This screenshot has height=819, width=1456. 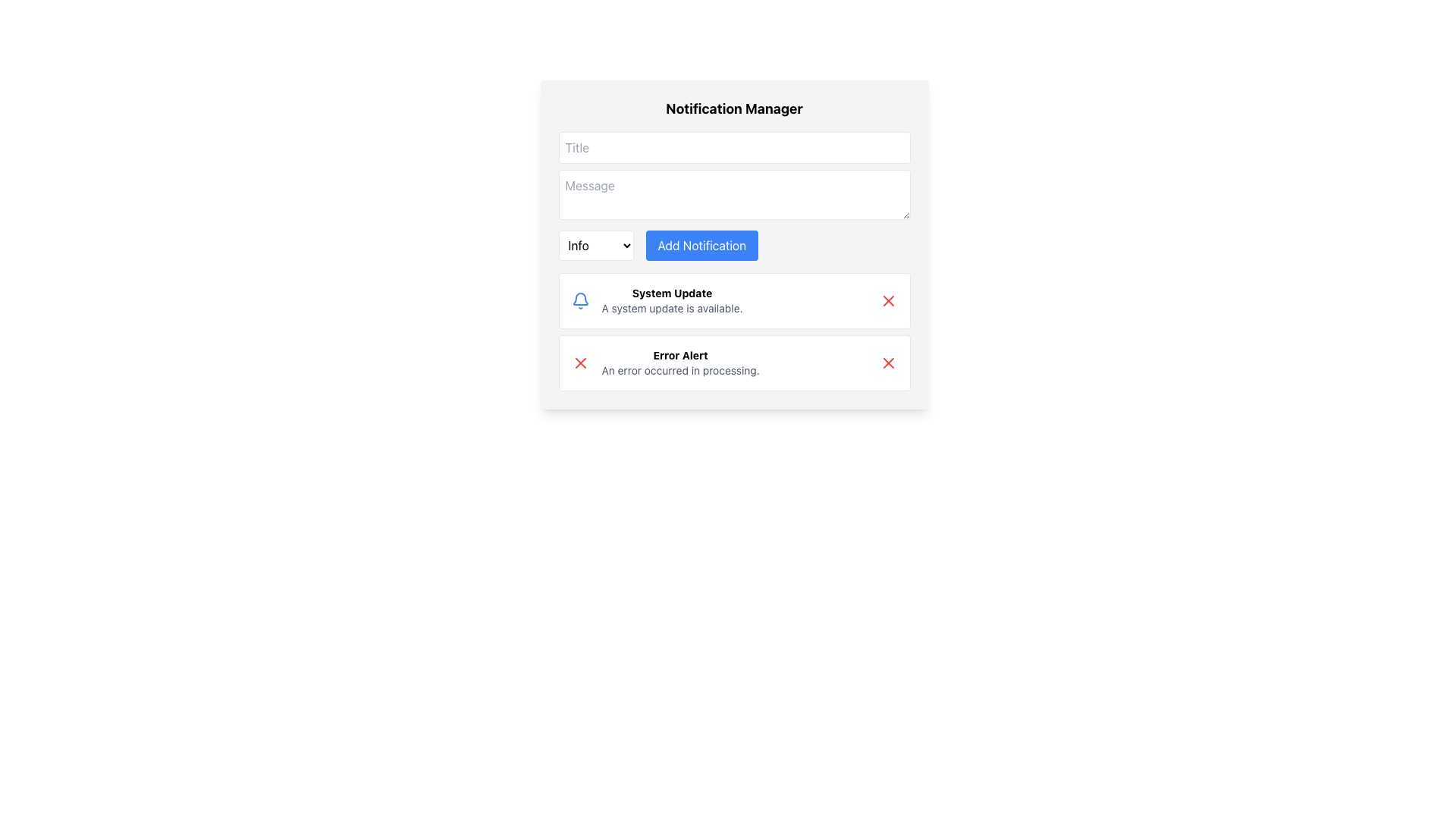 What do you see at coordinates (595, 245) in the screenshot?
I see `the 'Info' dropdown menu button located in the upper left corner of the toolbar` at bounding box center [595, 245].